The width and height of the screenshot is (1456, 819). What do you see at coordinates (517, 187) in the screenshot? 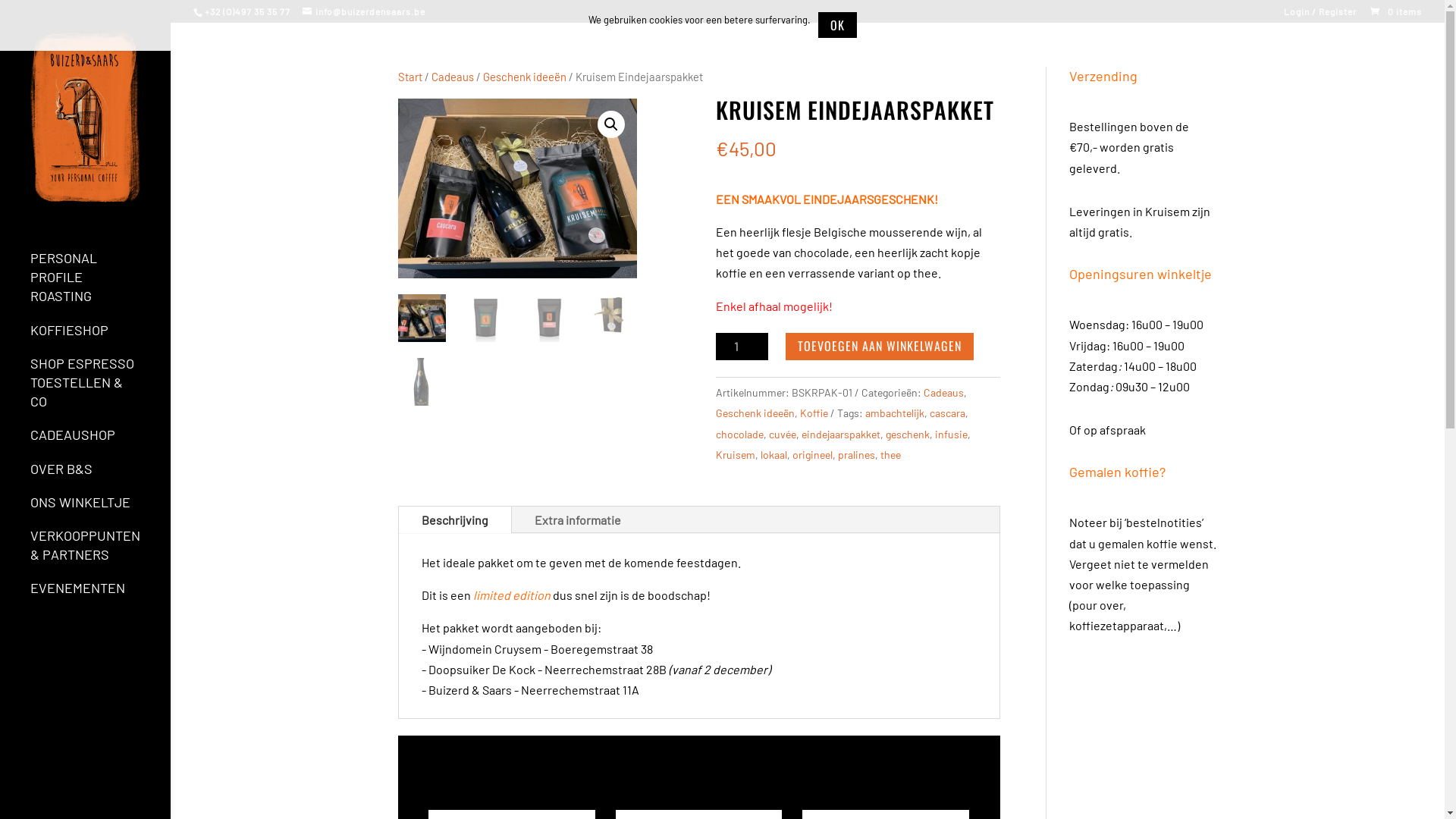
I see `'Eindejaarspakket'` at bounding box center [517, 187].